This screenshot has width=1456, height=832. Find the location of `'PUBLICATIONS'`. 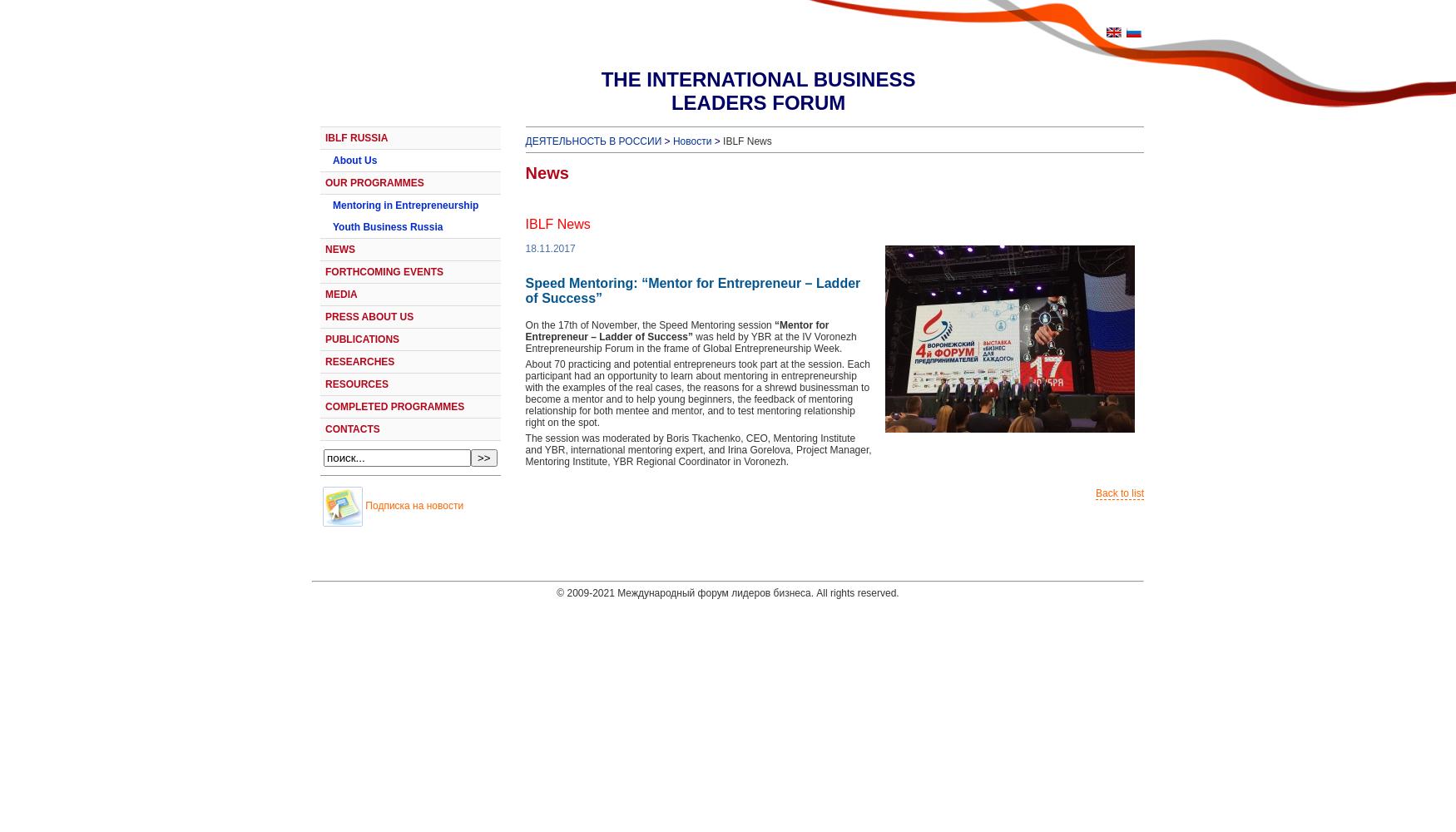

'PUBLICATIONS' is located at coordinates (361, 339).